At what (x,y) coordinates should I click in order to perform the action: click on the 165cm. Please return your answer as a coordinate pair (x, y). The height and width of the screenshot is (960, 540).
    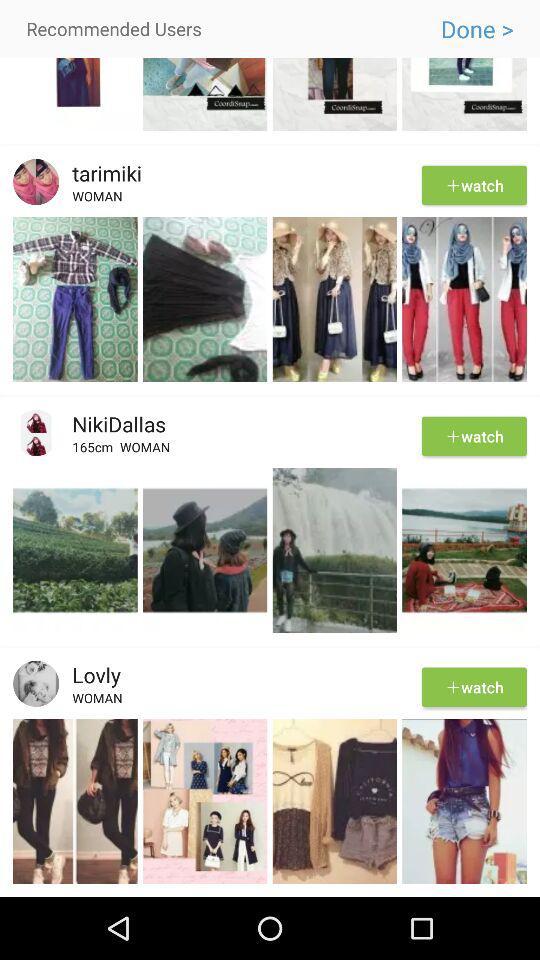
    Looking at the image, I should click on (95, 450).